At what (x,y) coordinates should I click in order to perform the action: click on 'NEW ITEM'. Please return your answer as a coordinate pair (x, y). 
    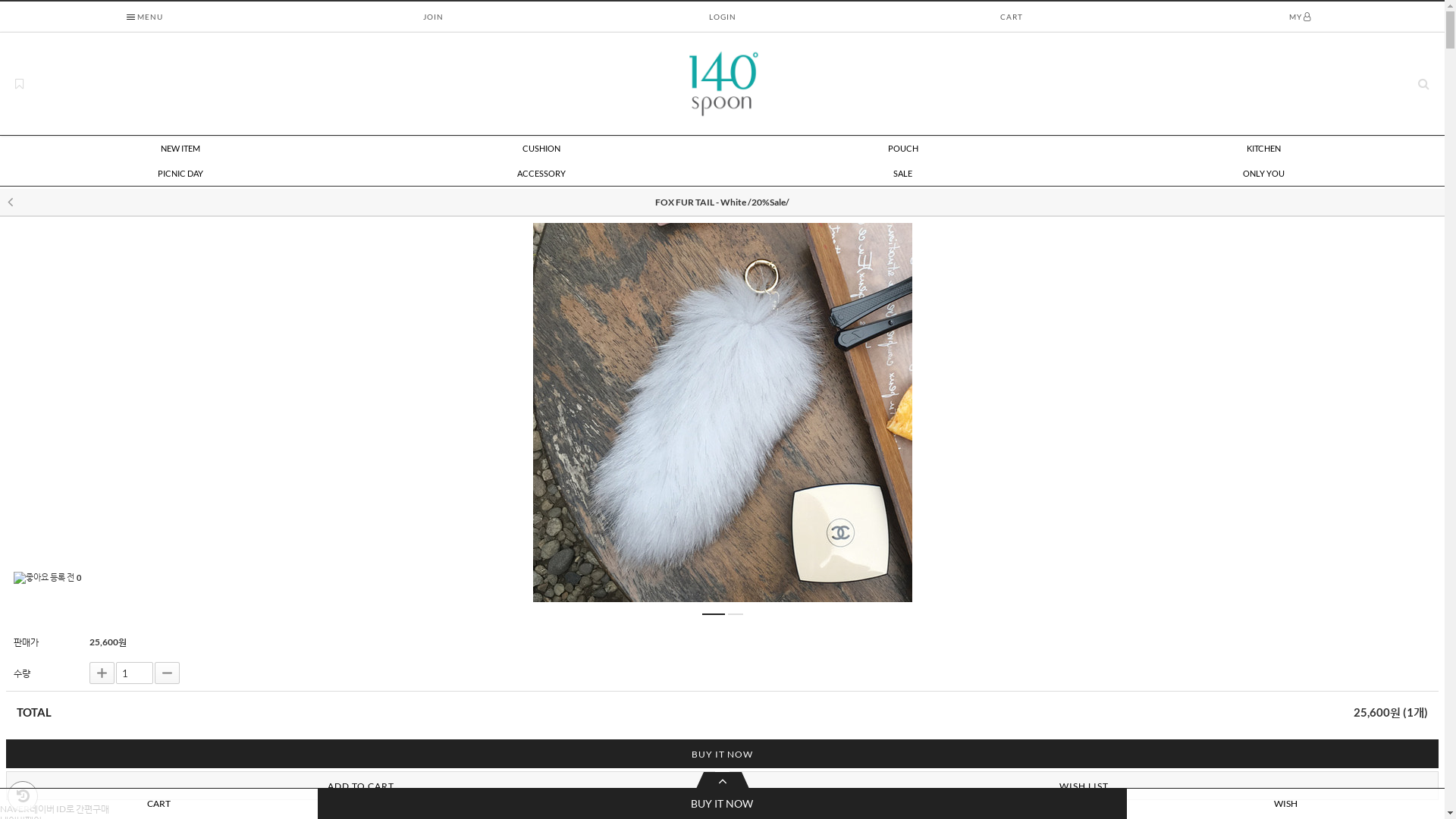
    Looking at the image, I should click on (180, 149).